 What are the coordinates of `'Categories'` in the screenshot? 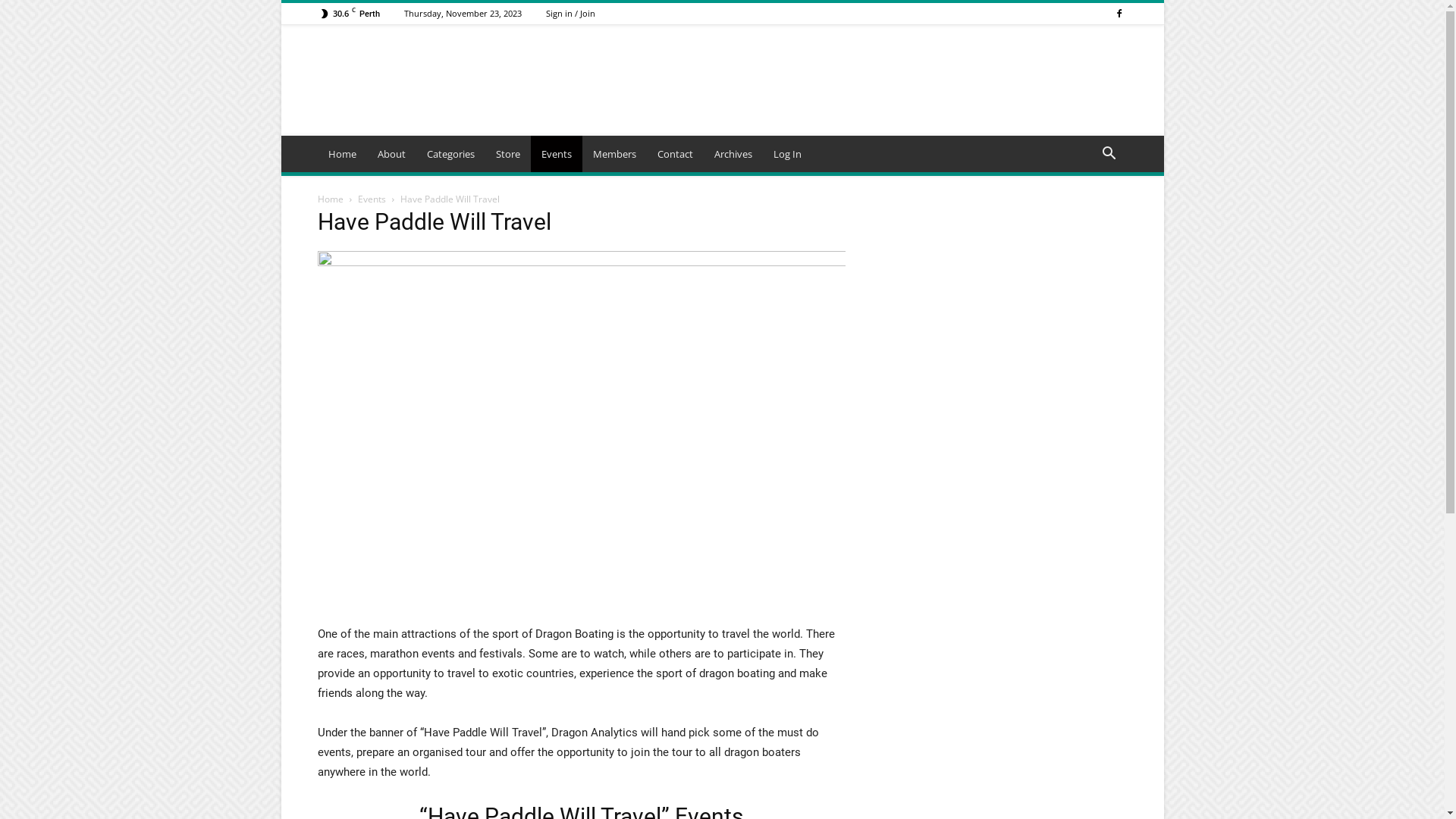 It's located at (449, 154).